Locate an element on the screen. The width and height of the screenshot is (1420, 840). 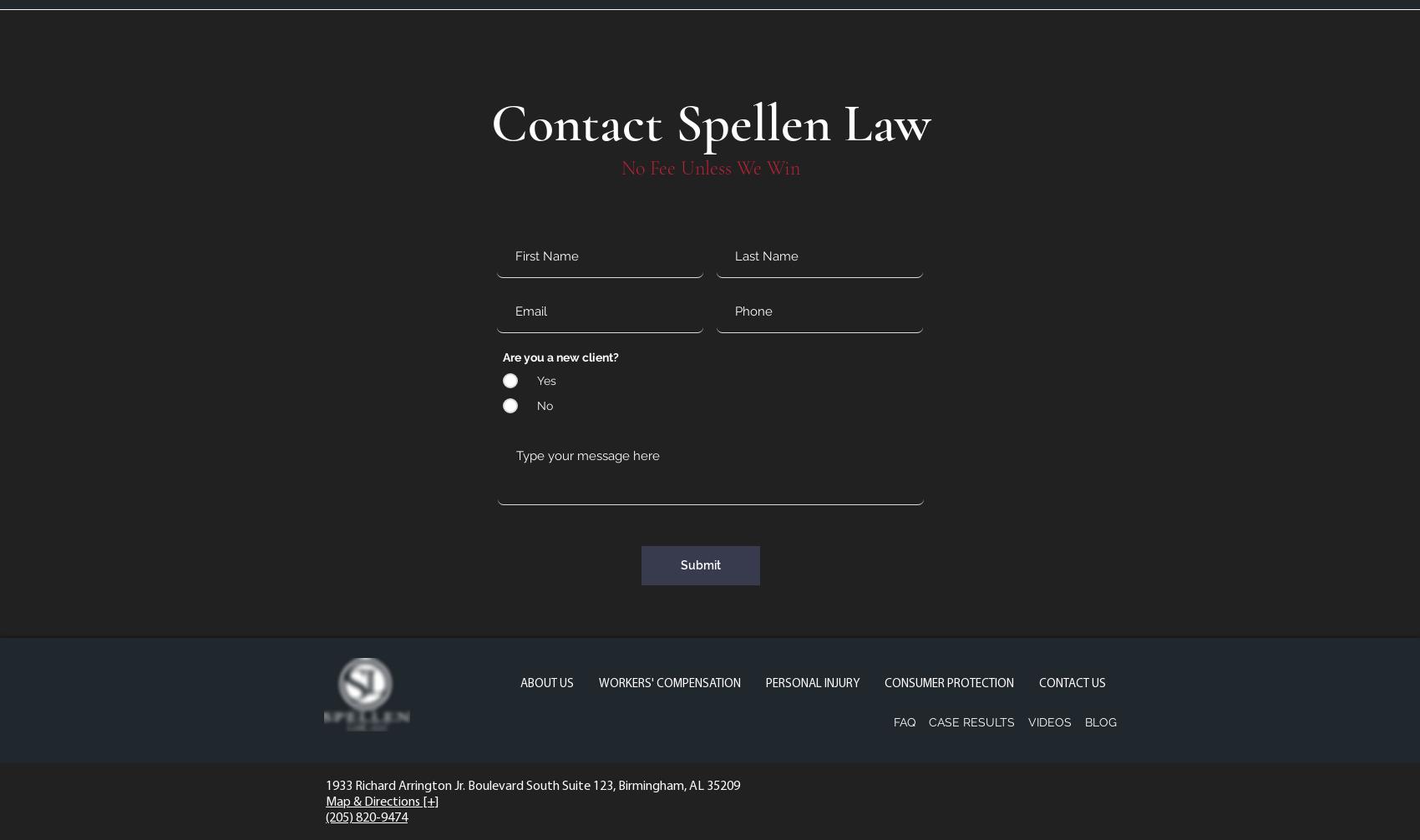
'CONTACT US' is located at coordinates (1038, 683).